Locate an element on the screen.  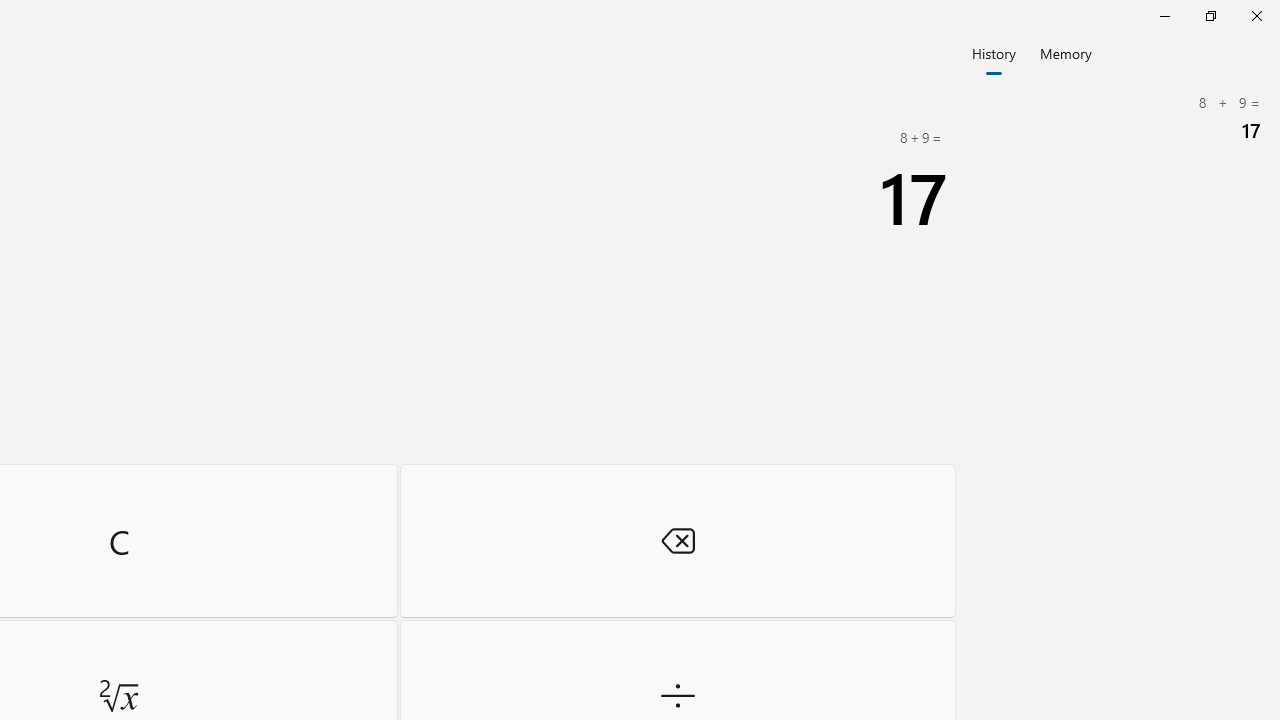
'Restore Calculator' is located at coordinates (1209, 15).